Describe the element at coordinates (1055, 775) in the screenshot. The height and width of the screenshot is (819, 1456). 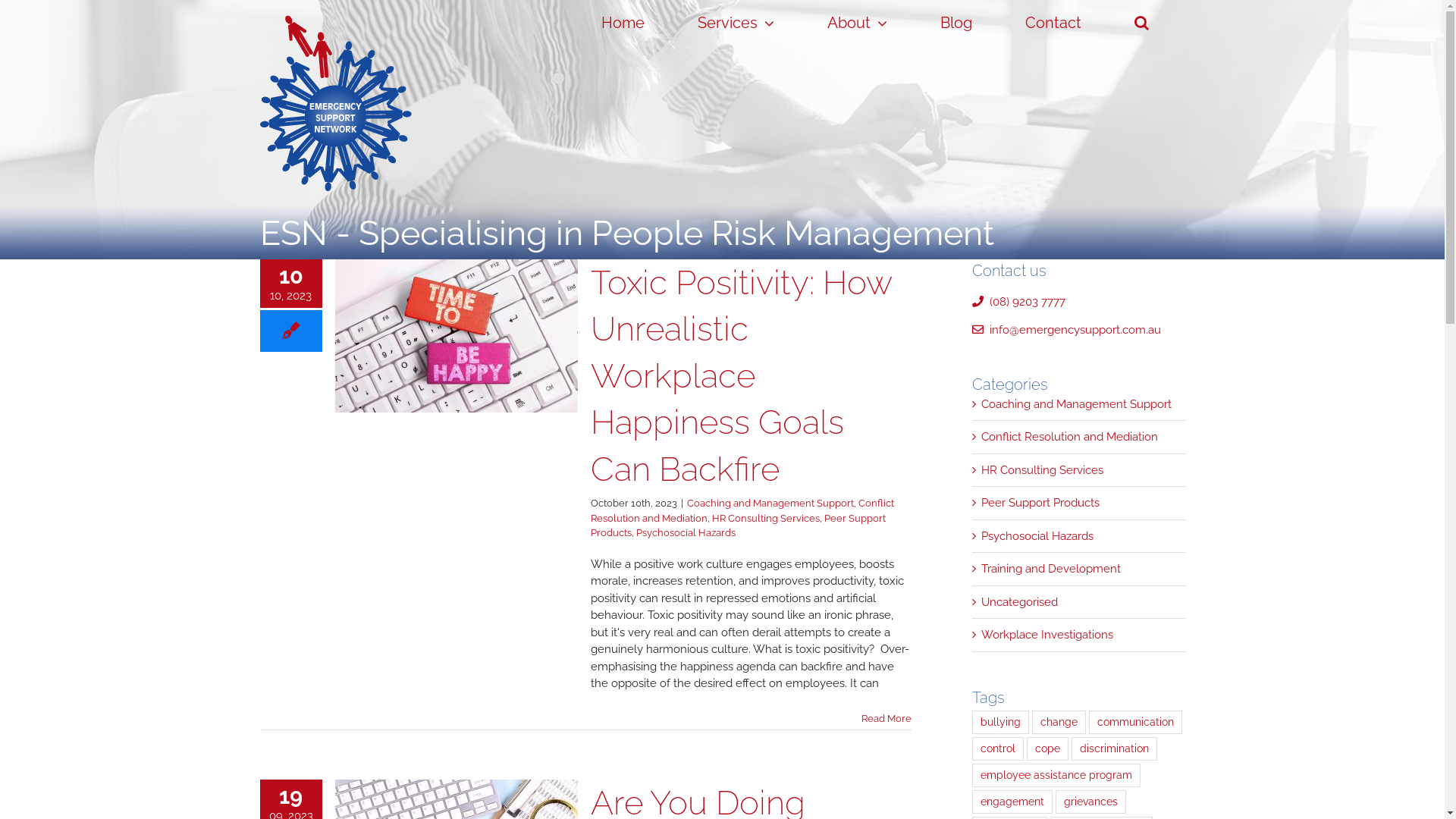
I see `'employee assistance program'` at that location.